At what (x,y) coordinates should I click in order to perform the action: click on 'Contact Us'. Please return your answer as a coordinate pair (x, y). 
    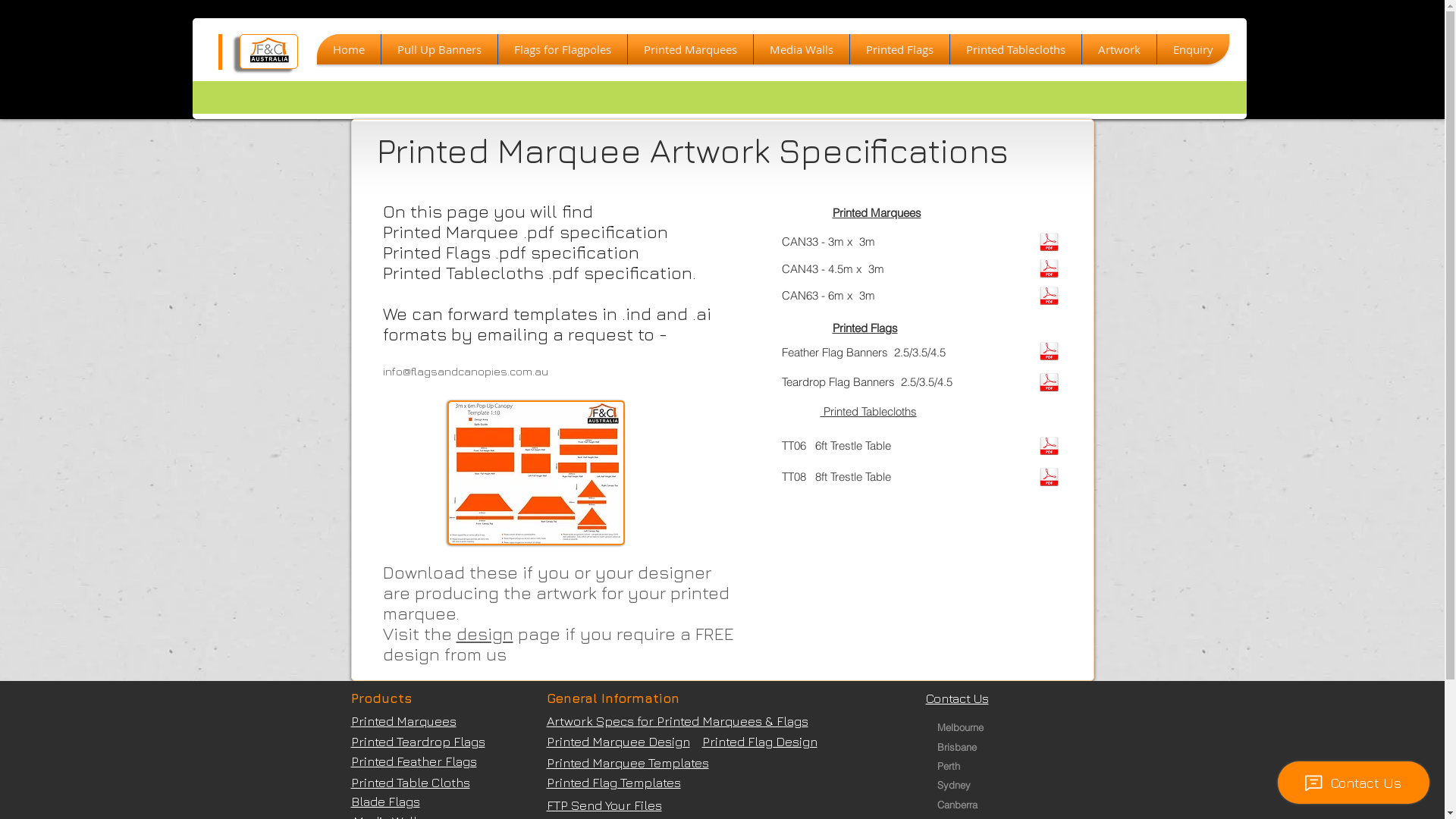
    Looking at the image, I should click on (924, 698).